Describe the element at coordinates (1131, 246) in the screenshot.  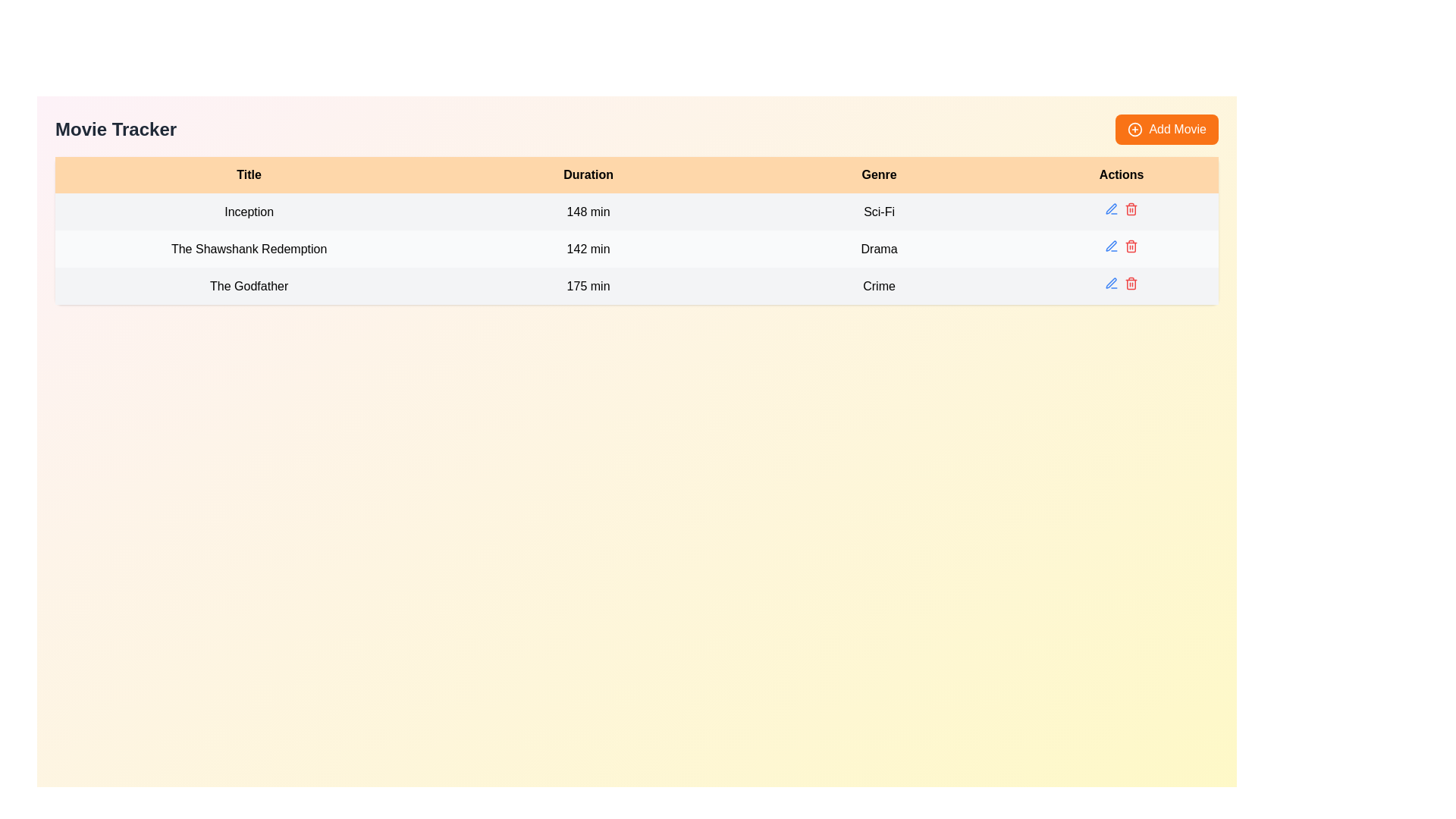
I see `the trash can icon in the 'Actions' column of the table row for 'The Shawshank Redemption' to initiate the delete action` at that location.